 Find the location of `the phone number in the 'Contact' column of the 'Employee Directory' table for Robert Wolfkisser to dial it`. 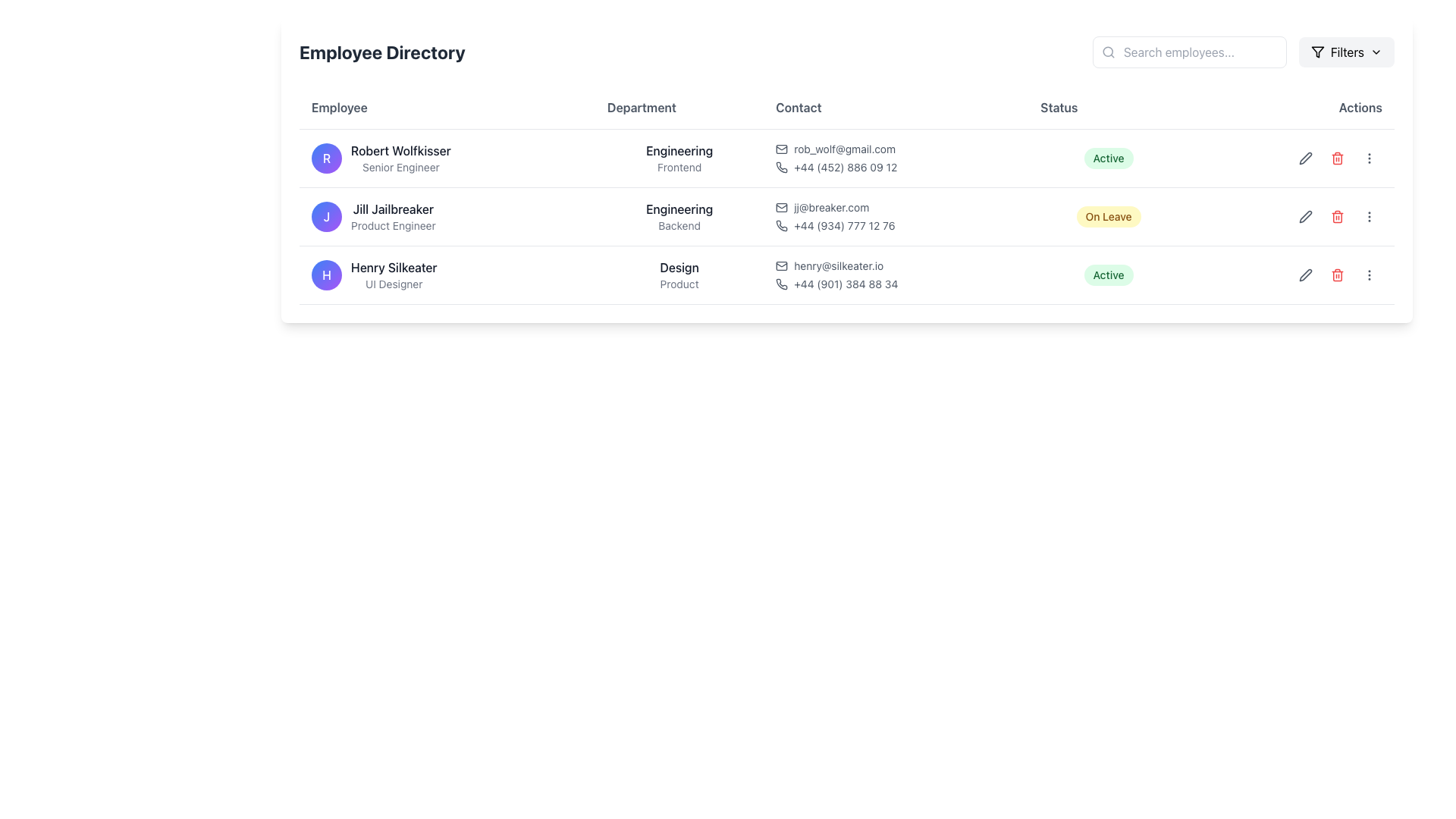

the phone number in the 'Contact' column of the 'Employee Directory' table for Robert Wolfkisser to dial it is located at coordinates (896, 158).